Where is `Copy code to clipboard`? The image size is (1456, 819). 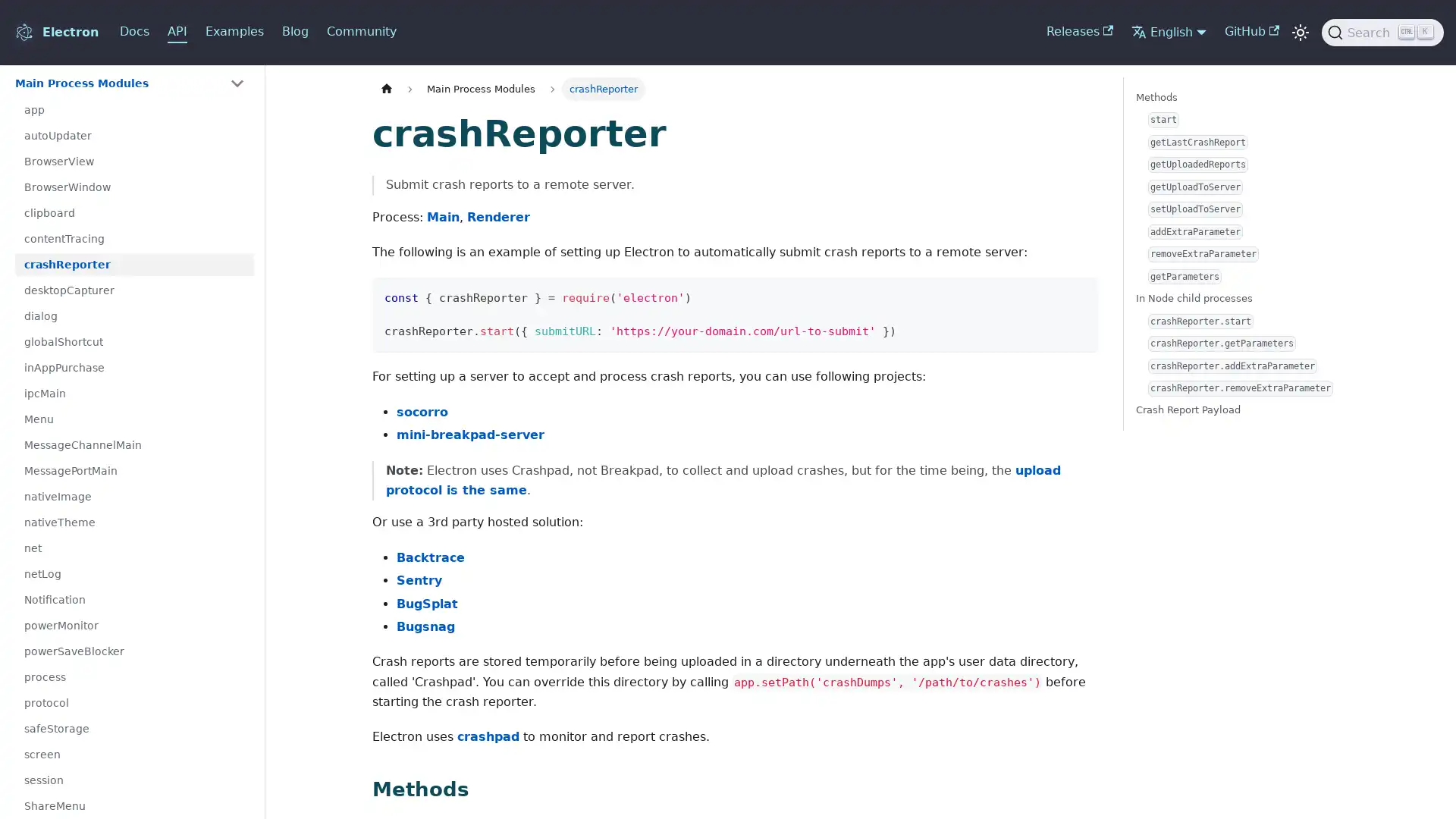
Copy code to clipboard is located at coordinates (1079, 296).